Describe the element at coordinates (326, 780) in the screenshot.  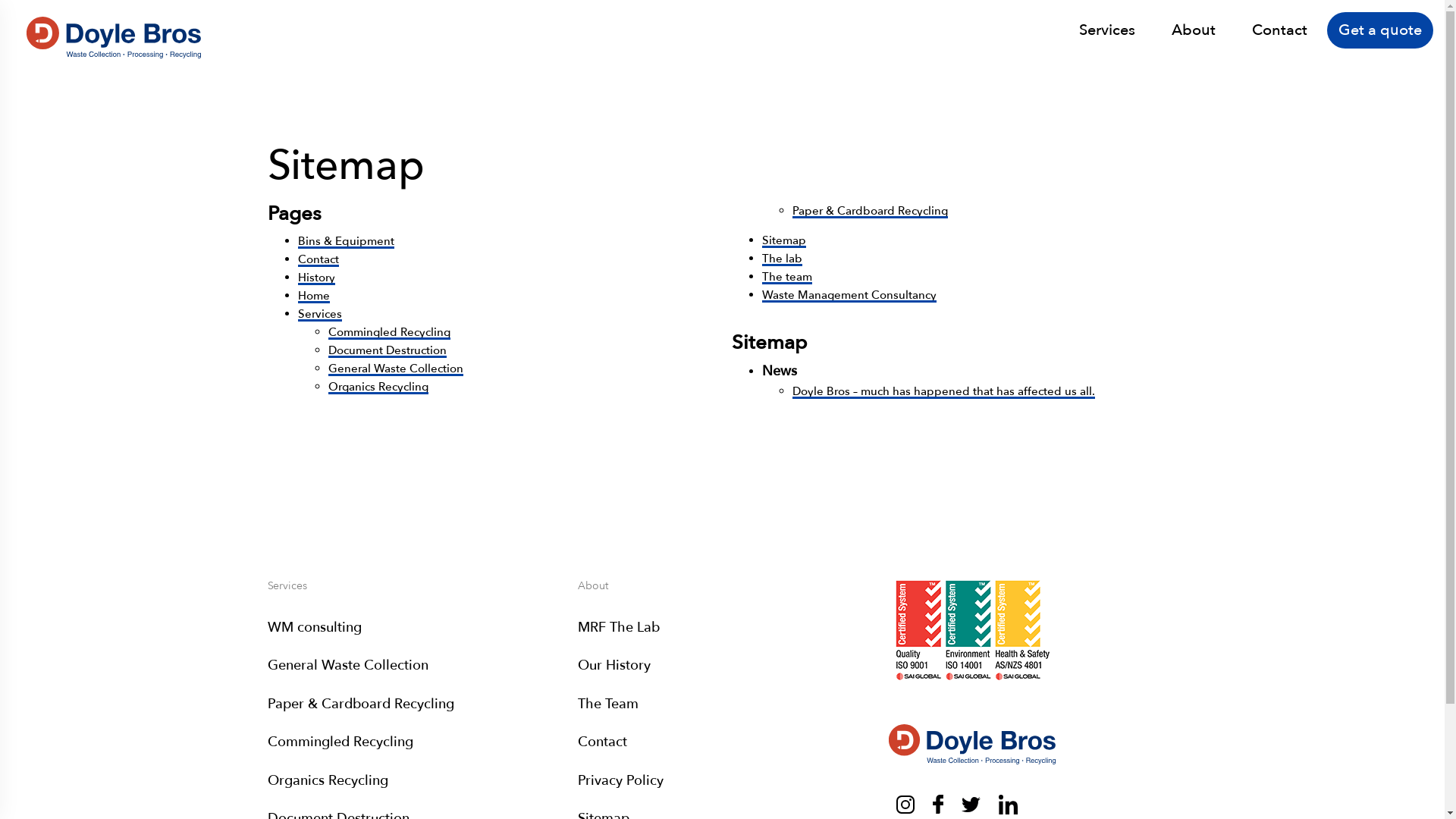
I see `'Organics Recycling'` at that location.